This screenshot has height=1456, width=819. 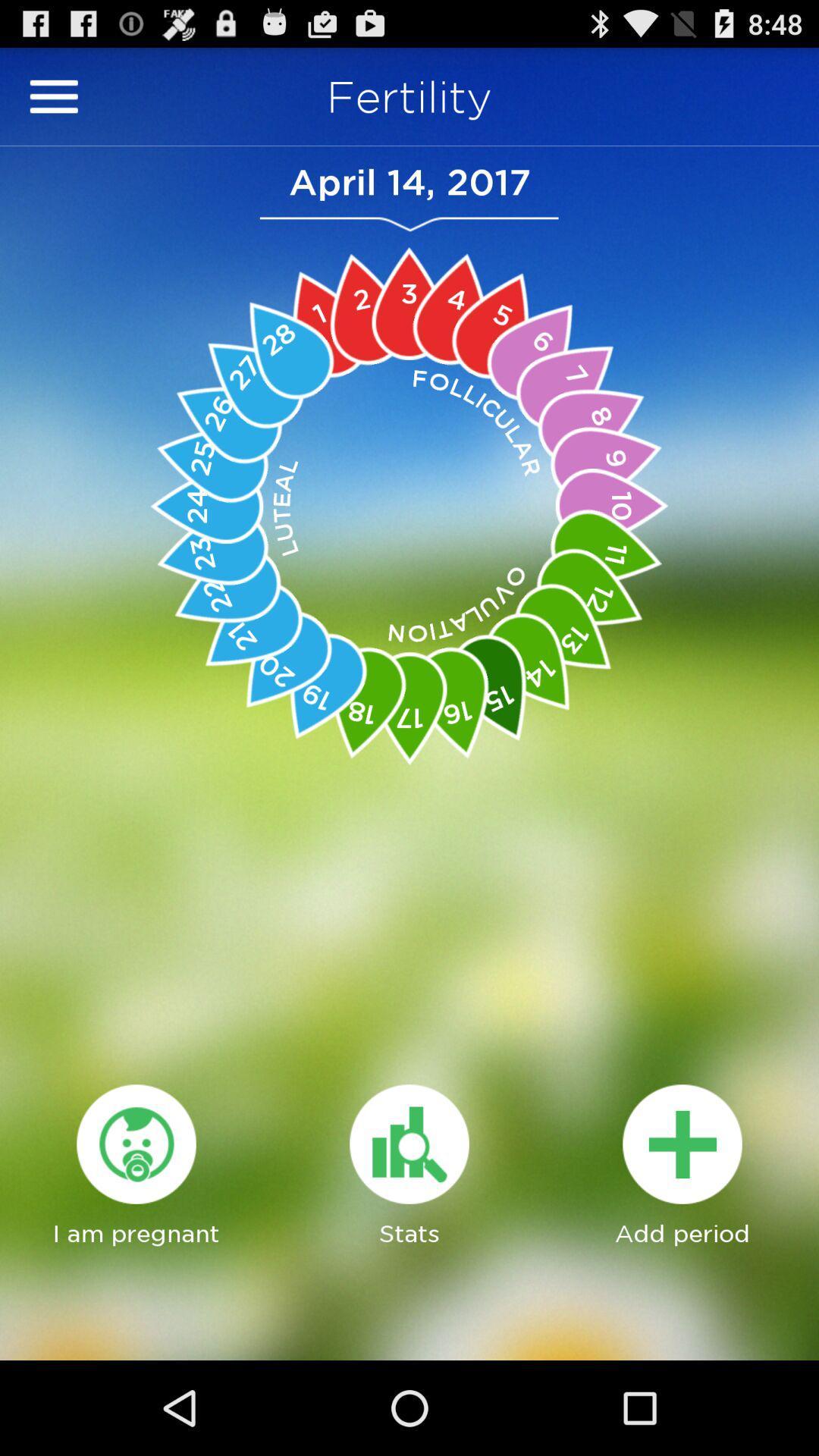 What do you see at coordinates (409, 303) in the screenshot?
I see `option 3 which is red in color` at bounding box center [409, 303].